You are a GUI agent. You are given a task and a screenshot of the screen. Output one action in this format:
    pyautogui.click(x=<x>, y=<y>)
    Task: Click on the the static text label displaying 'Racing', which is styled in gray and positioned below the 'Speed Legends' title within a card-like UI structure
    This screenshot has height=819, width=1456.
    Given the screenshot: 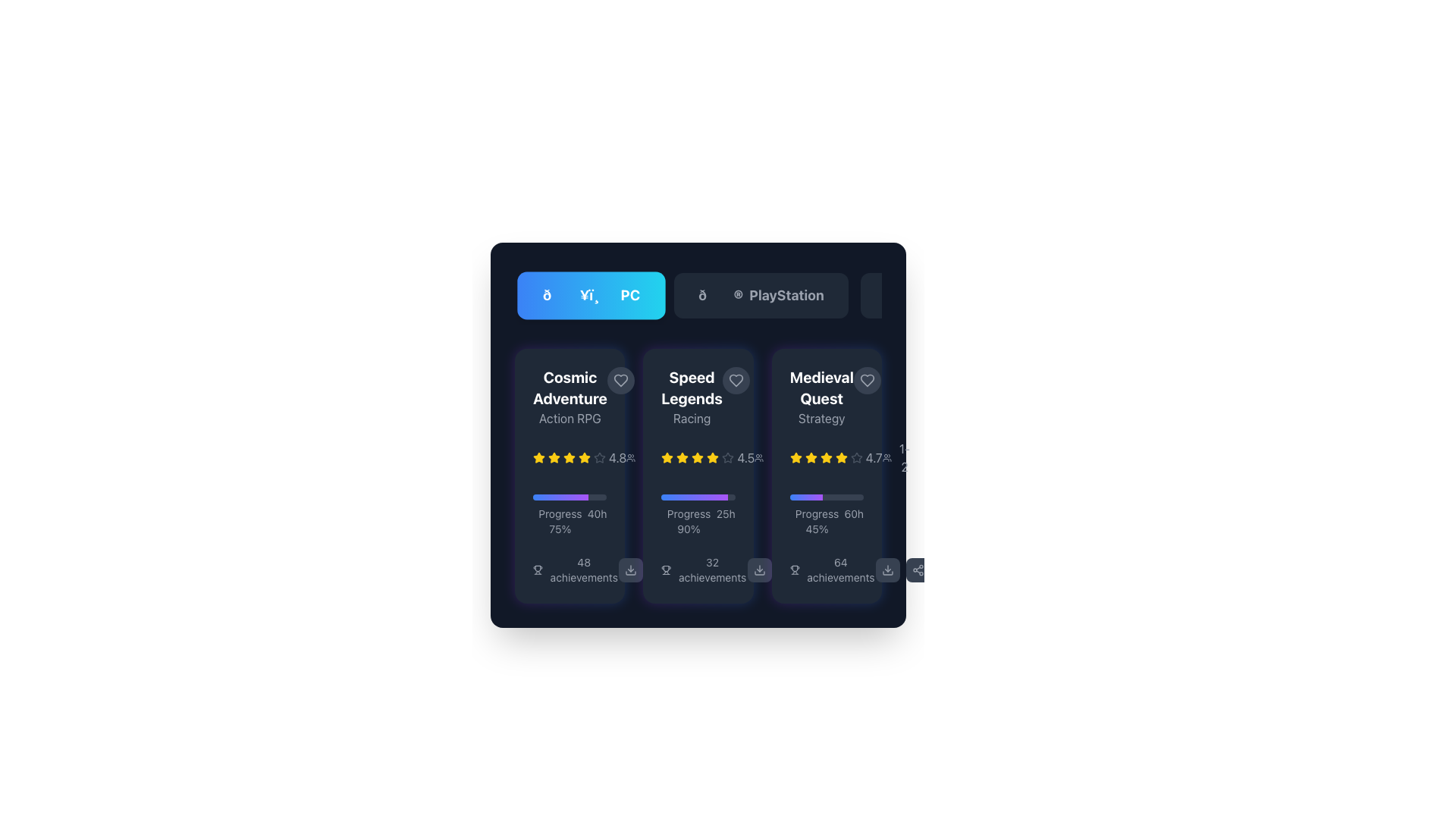 What is the action you would take?
    pyautogui.click(x=691, y=418)
    